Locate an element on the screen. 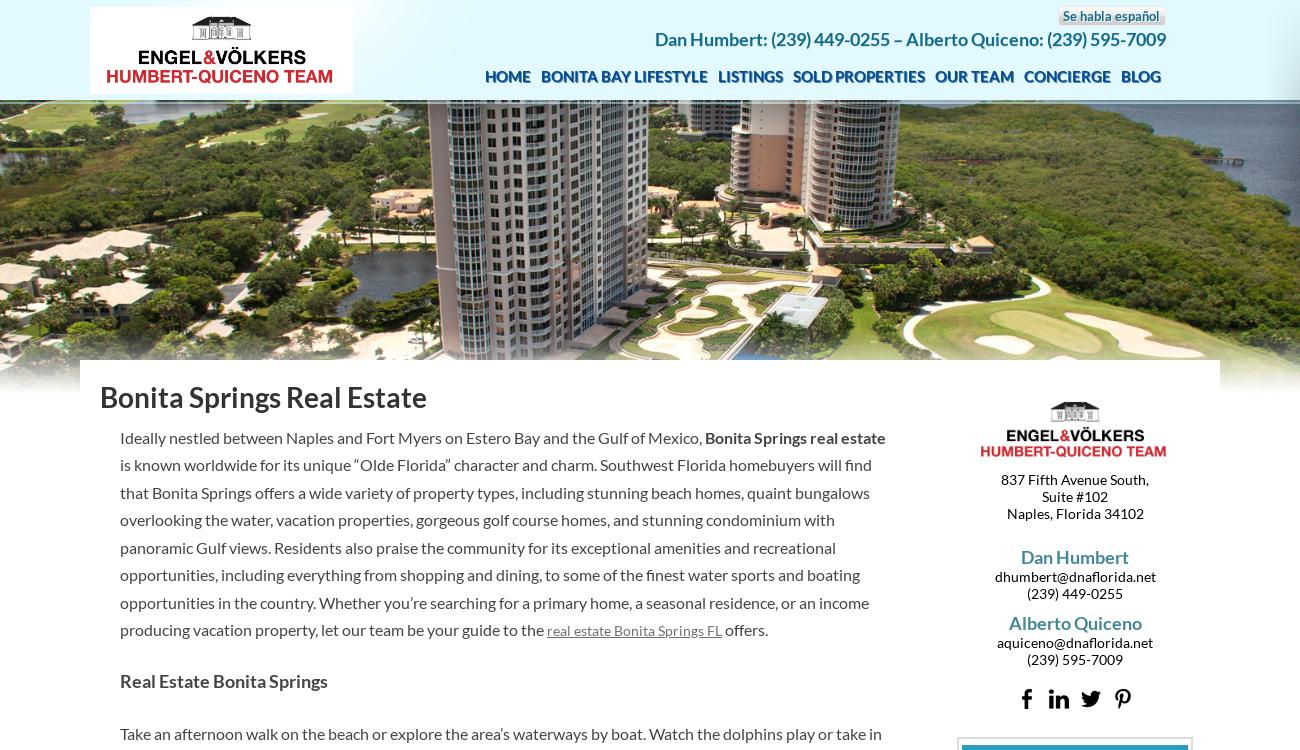 The image size is (1300, 750). 'Naples, Florida 34102' is located at coordinates (1074, 512).